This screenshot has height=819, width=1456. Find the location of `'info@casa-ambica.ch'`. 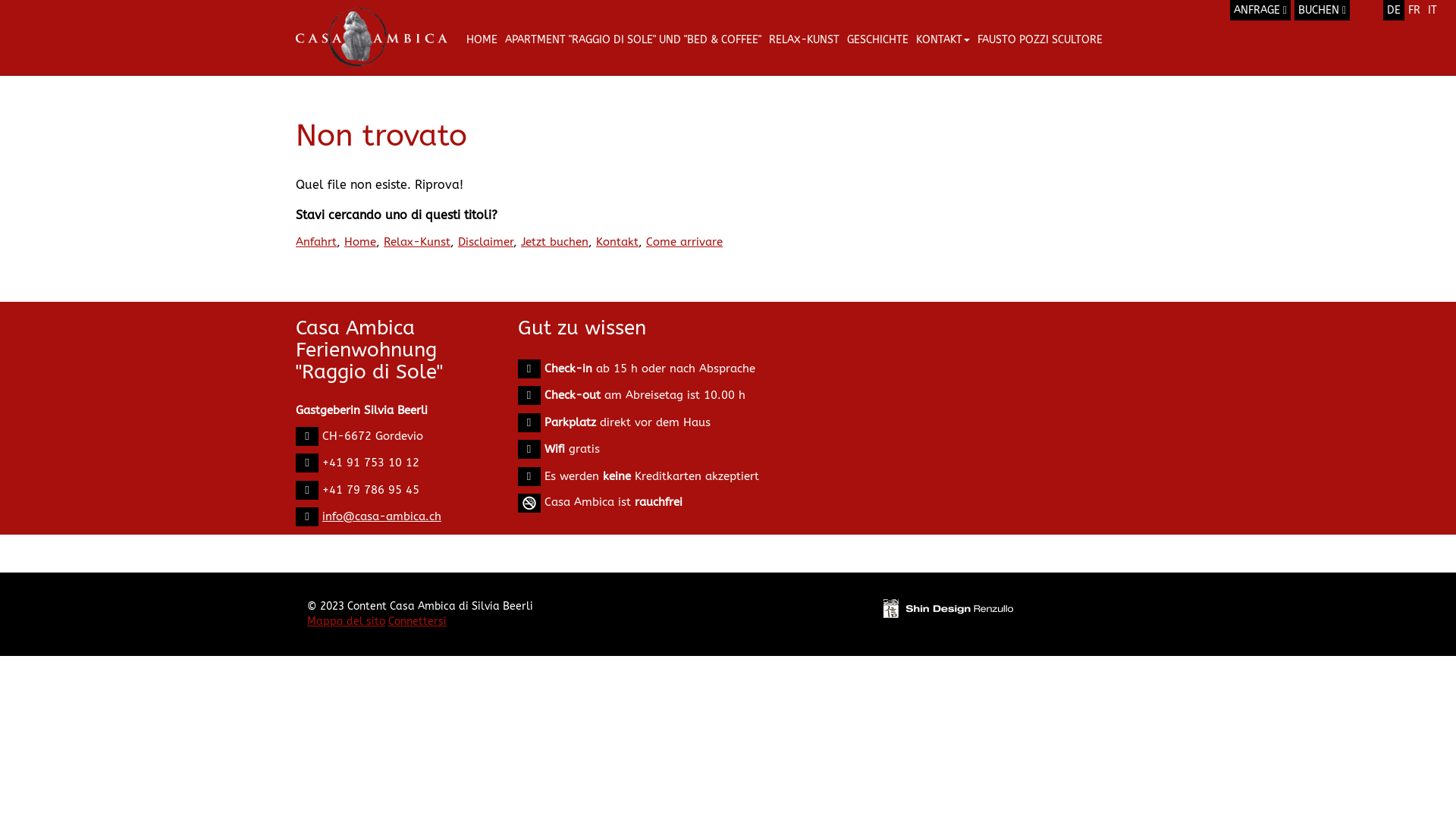

'info@casa-ambica.ch' is located at coordinates (381, 516).